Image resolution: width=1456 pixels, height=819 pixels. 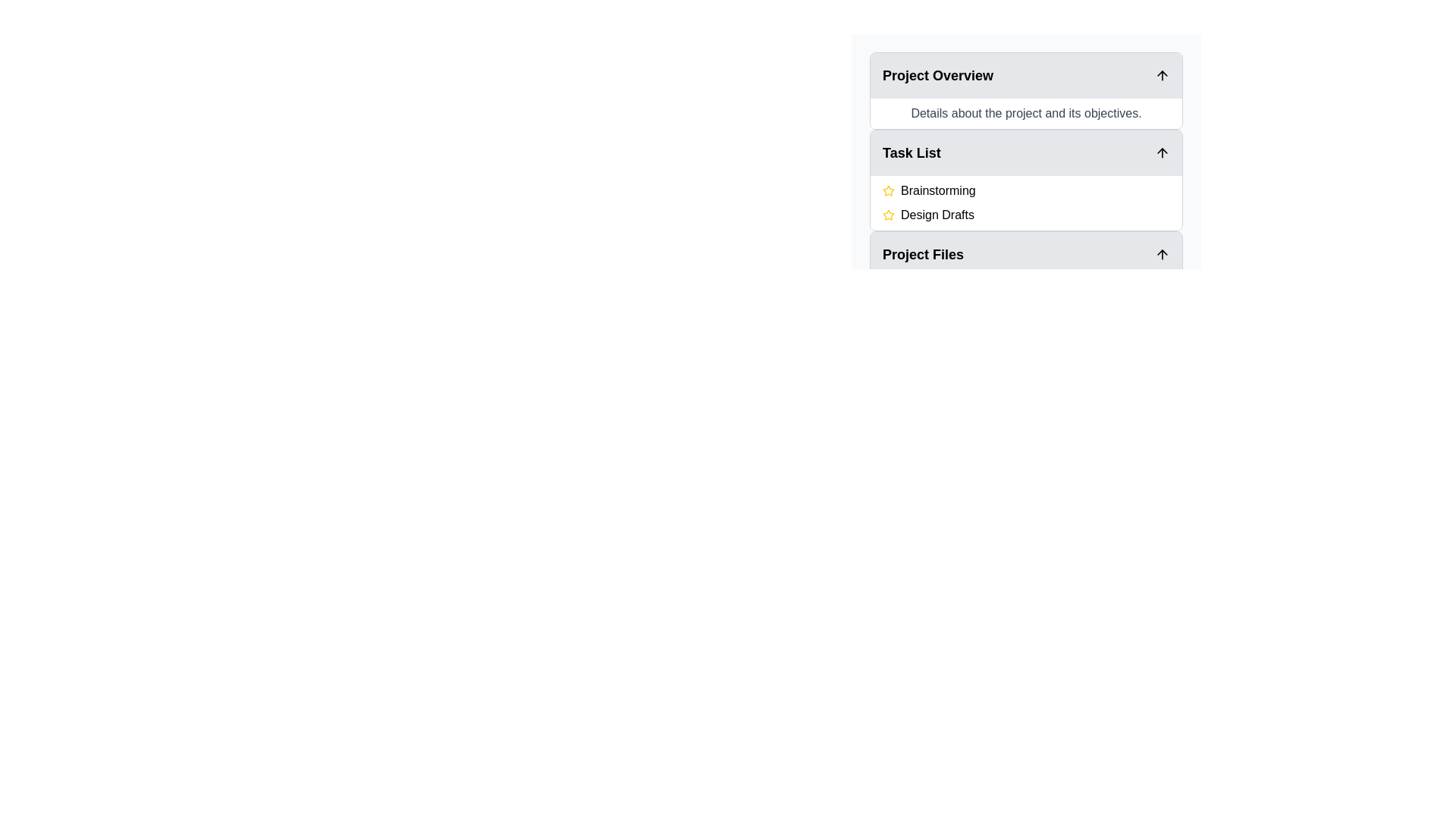 What do you see at coordinates (922, 253) in the screenshot?
I see `the 'Task List' text label, which indicates a section within the interface and is styled with a shaded background` at bounding box center [922, 253].